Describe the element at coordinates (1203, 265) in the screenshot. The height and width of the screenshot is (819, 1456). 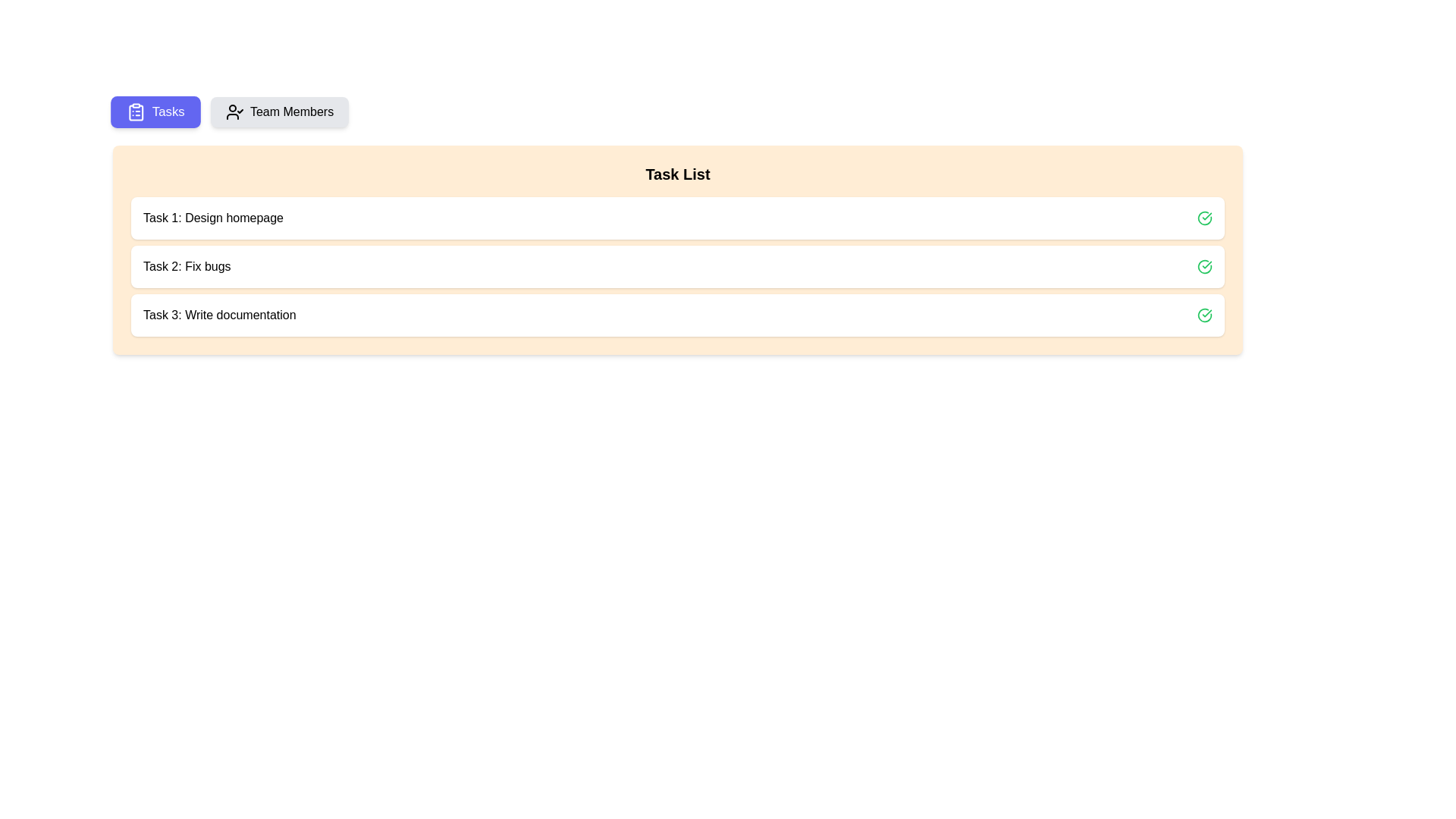
I see `the green status indicator icon with a checkmark` at that location.